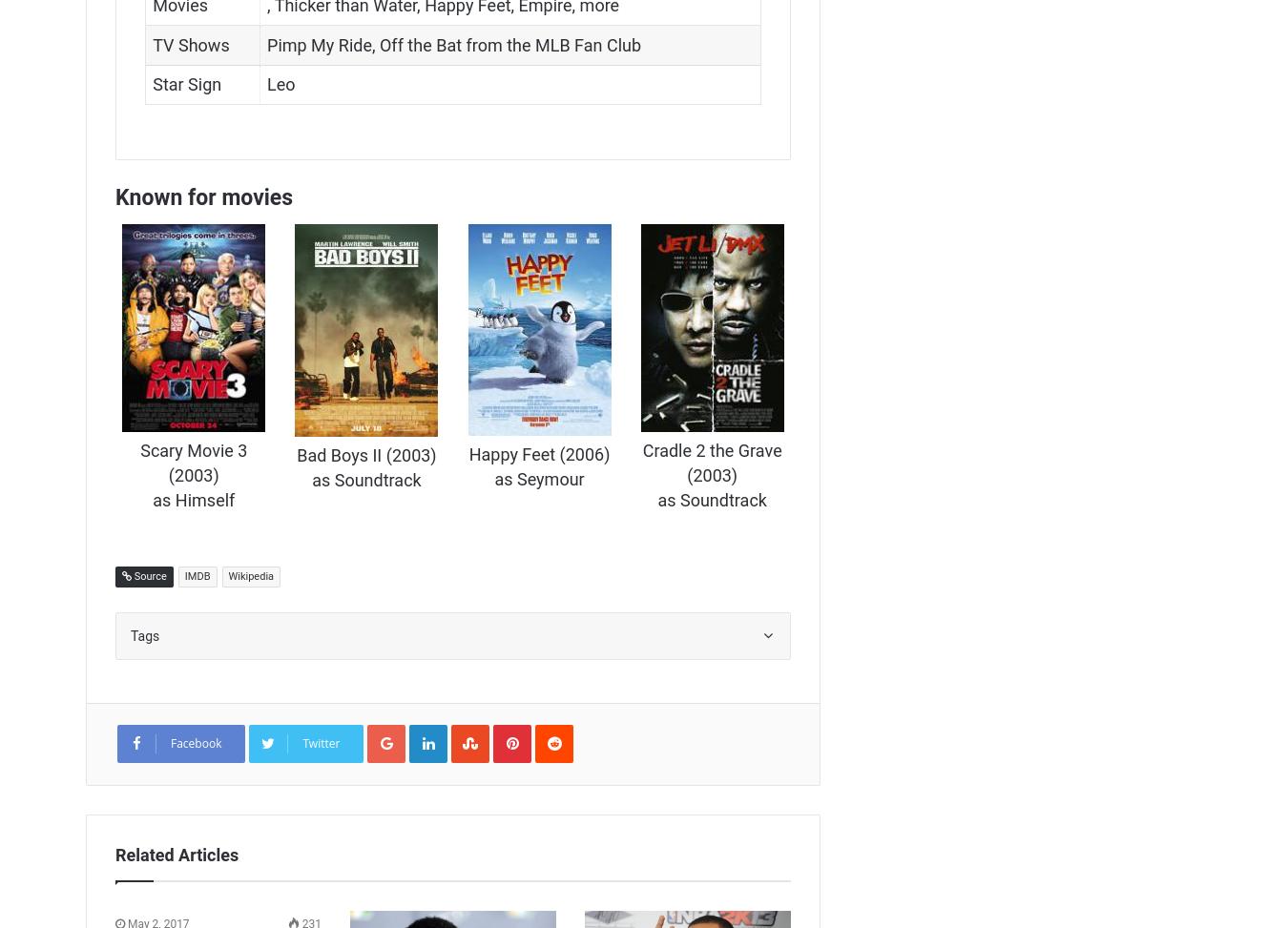  I want to click on 'Tags', so click(145, 634).